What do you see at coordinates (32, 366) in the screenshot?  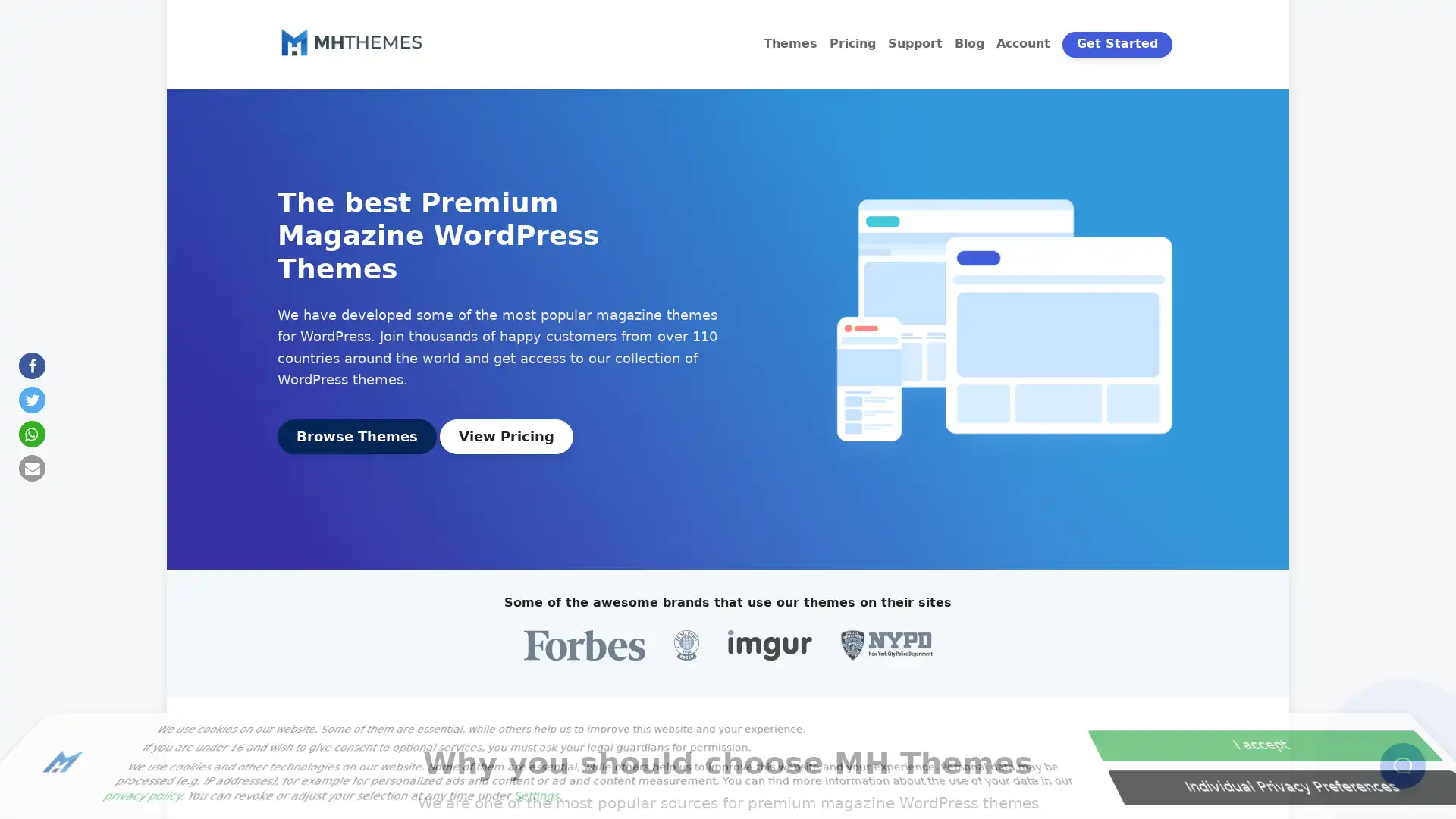 I see `Share on Facebook` at bounding box center [32, 366].